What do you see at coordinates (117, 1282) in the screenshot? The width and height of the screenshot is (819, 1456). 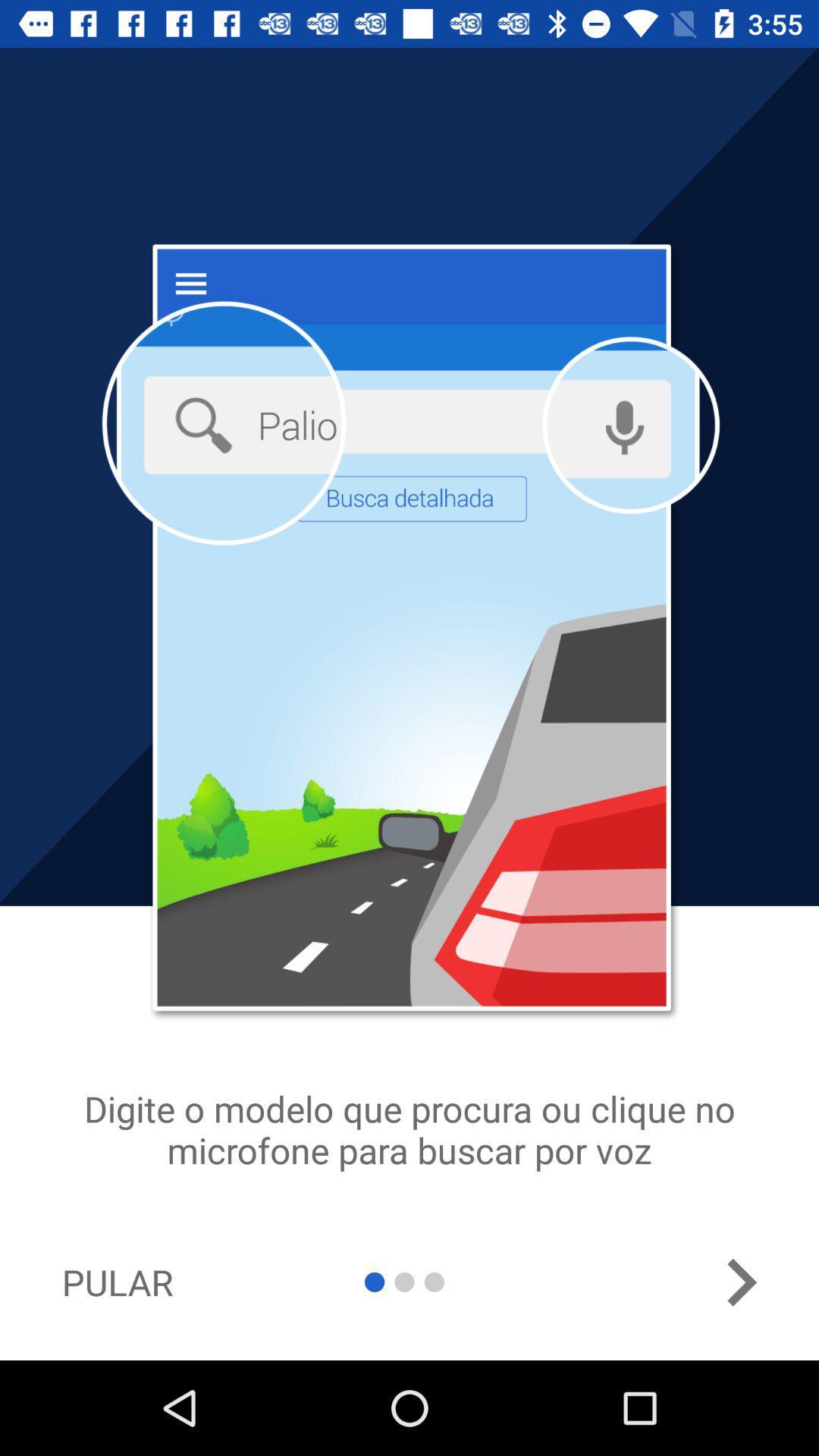 I see `pular item` at bounding box center [117, 1282].